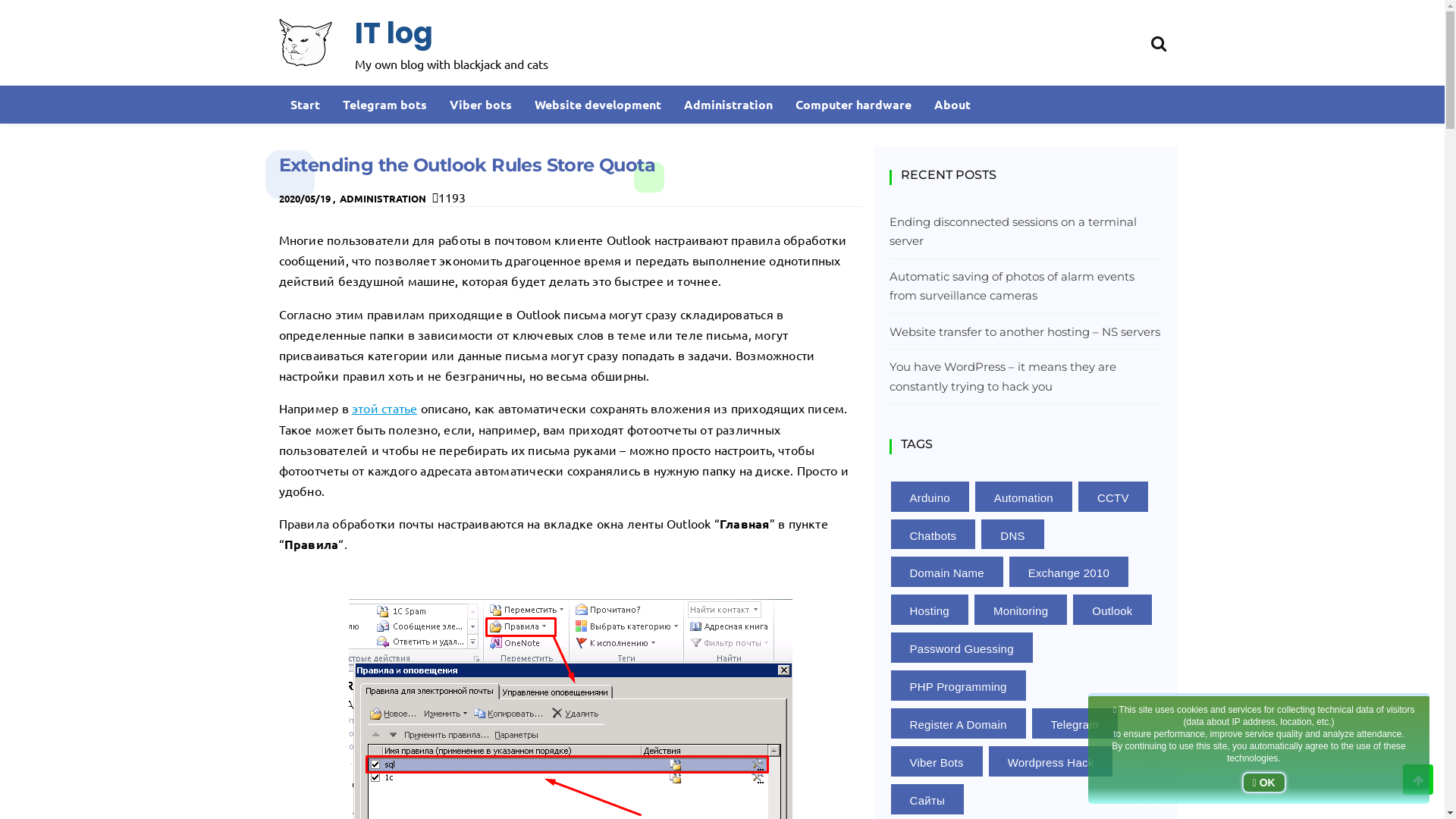  Describe the element at coordinates (935, 761) in the screenshot. I see `'Viber Bots'` at that location.